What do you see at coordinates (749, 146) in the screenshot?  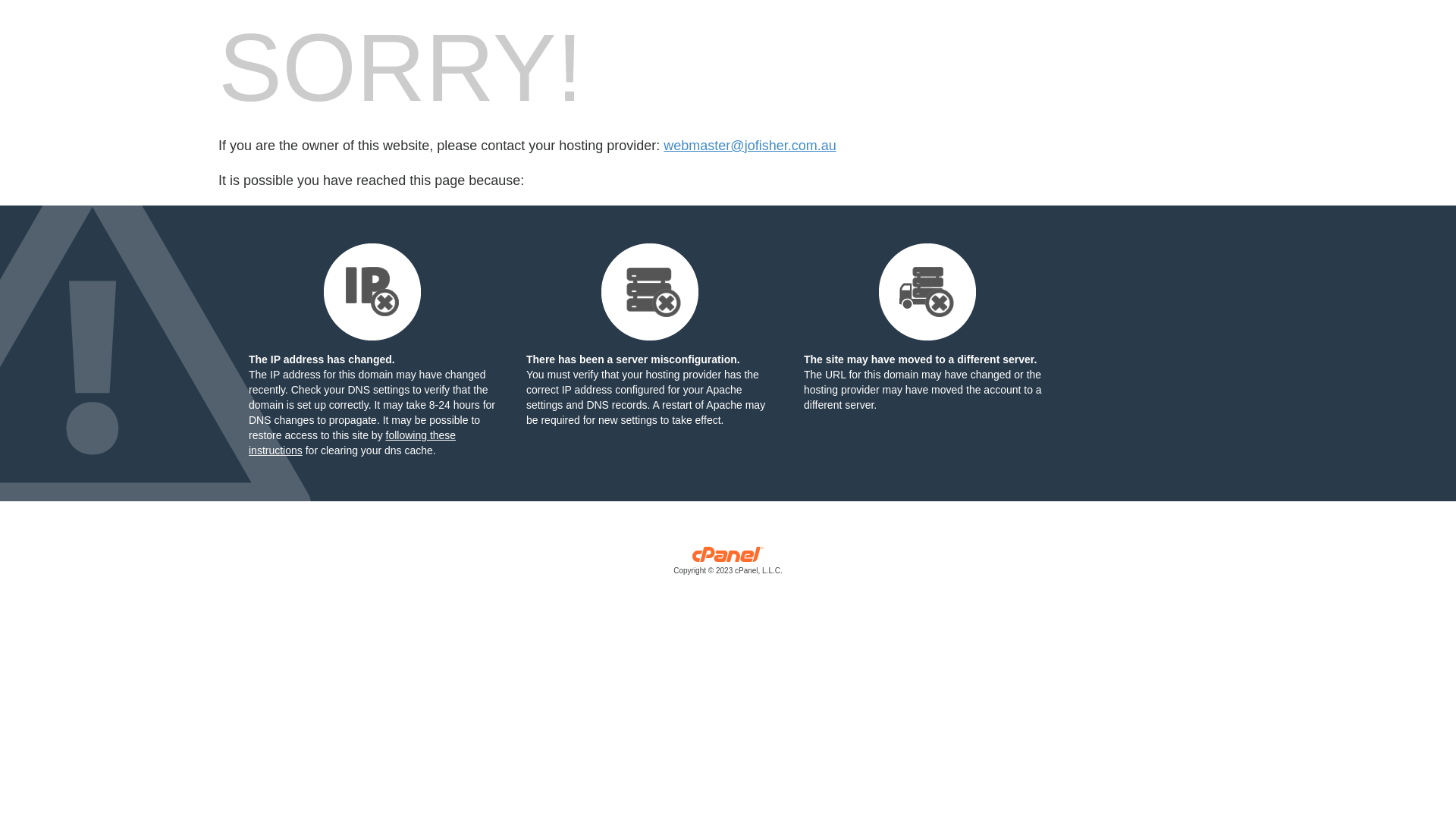 I see `'webmaster@jofisher.com.au'` at bounding box center [749, 146].